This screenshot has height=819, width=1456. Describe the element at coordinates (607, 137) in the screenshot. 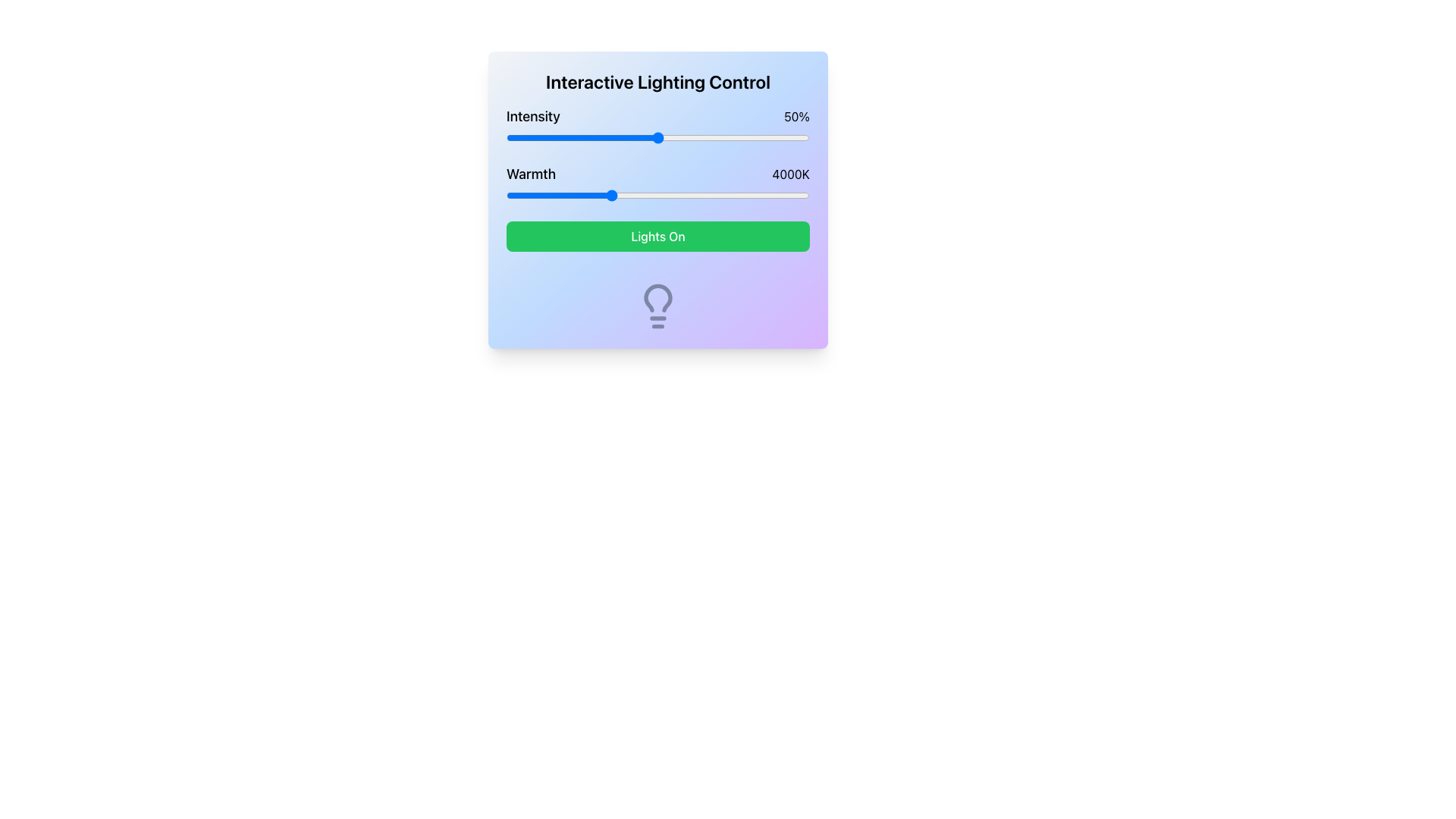

I see `the slider value` at that location.